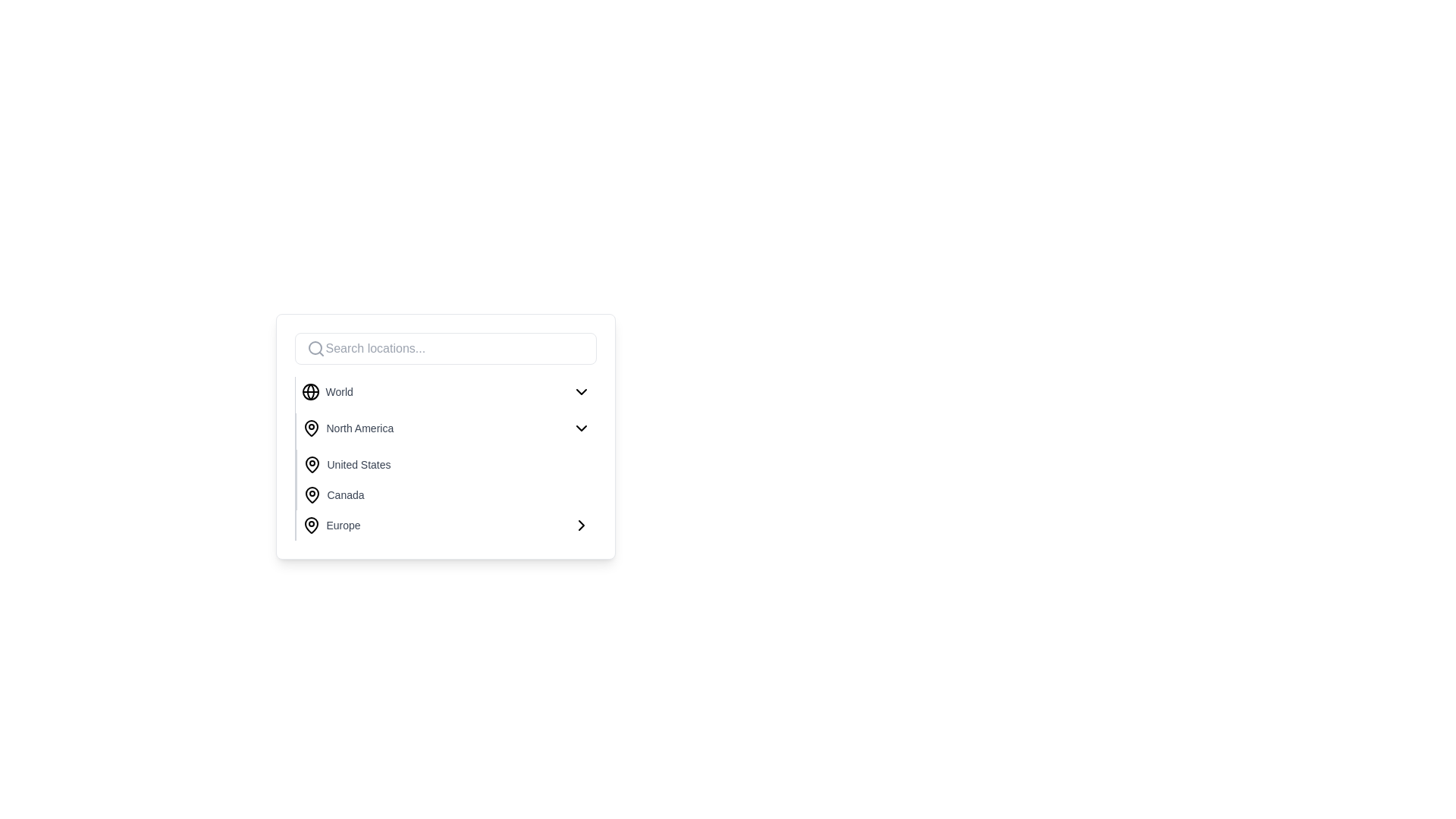 This screenshot has height=819, width=1456. I want to click on the fifth item in the dropdown menu that represents 'Europe', so click(445, 525).